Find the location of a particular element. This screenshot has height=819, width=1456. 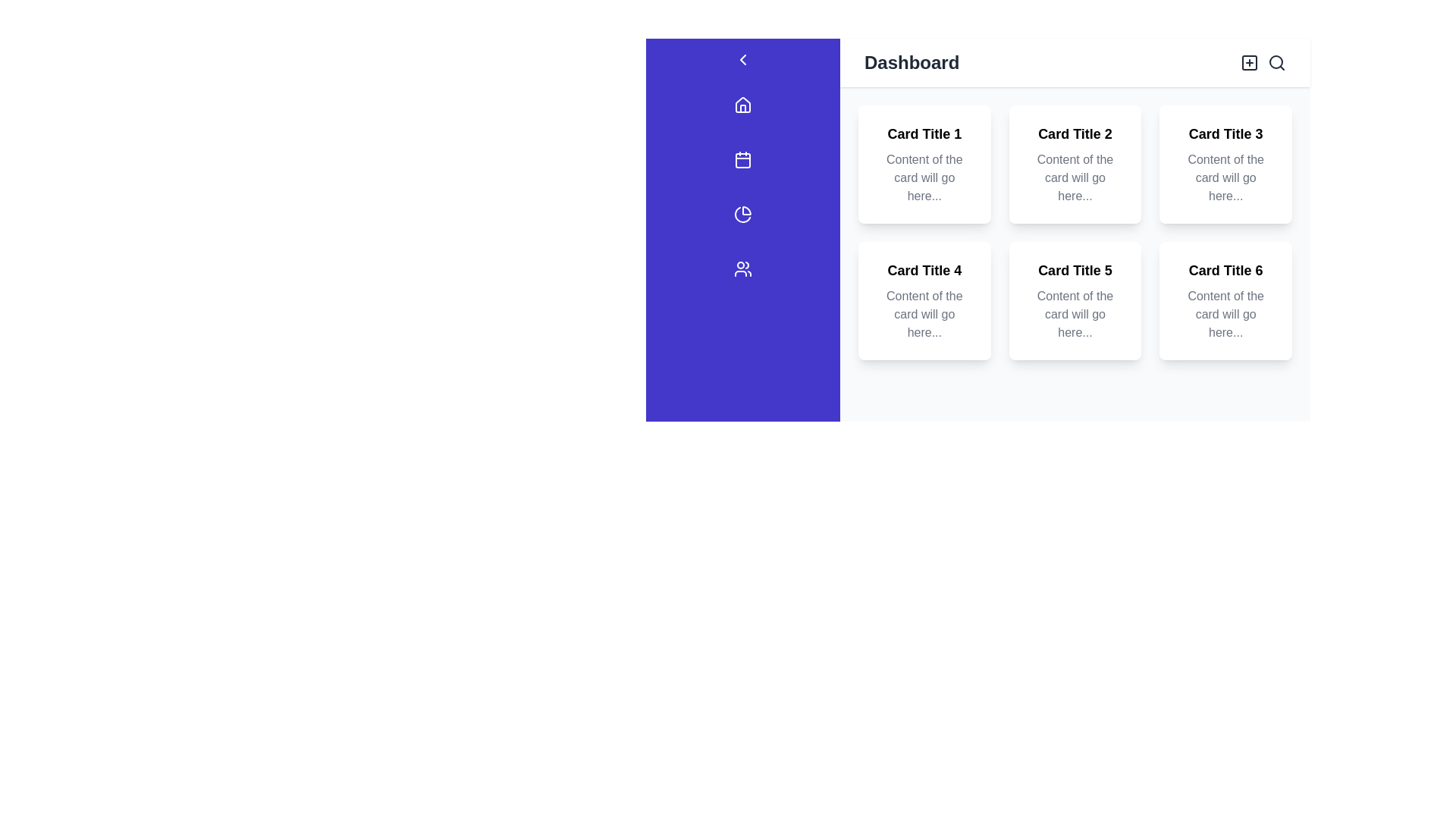

a card in the Grid layout located below the 'Dashboard' header is located at coordinates (1074, 233).